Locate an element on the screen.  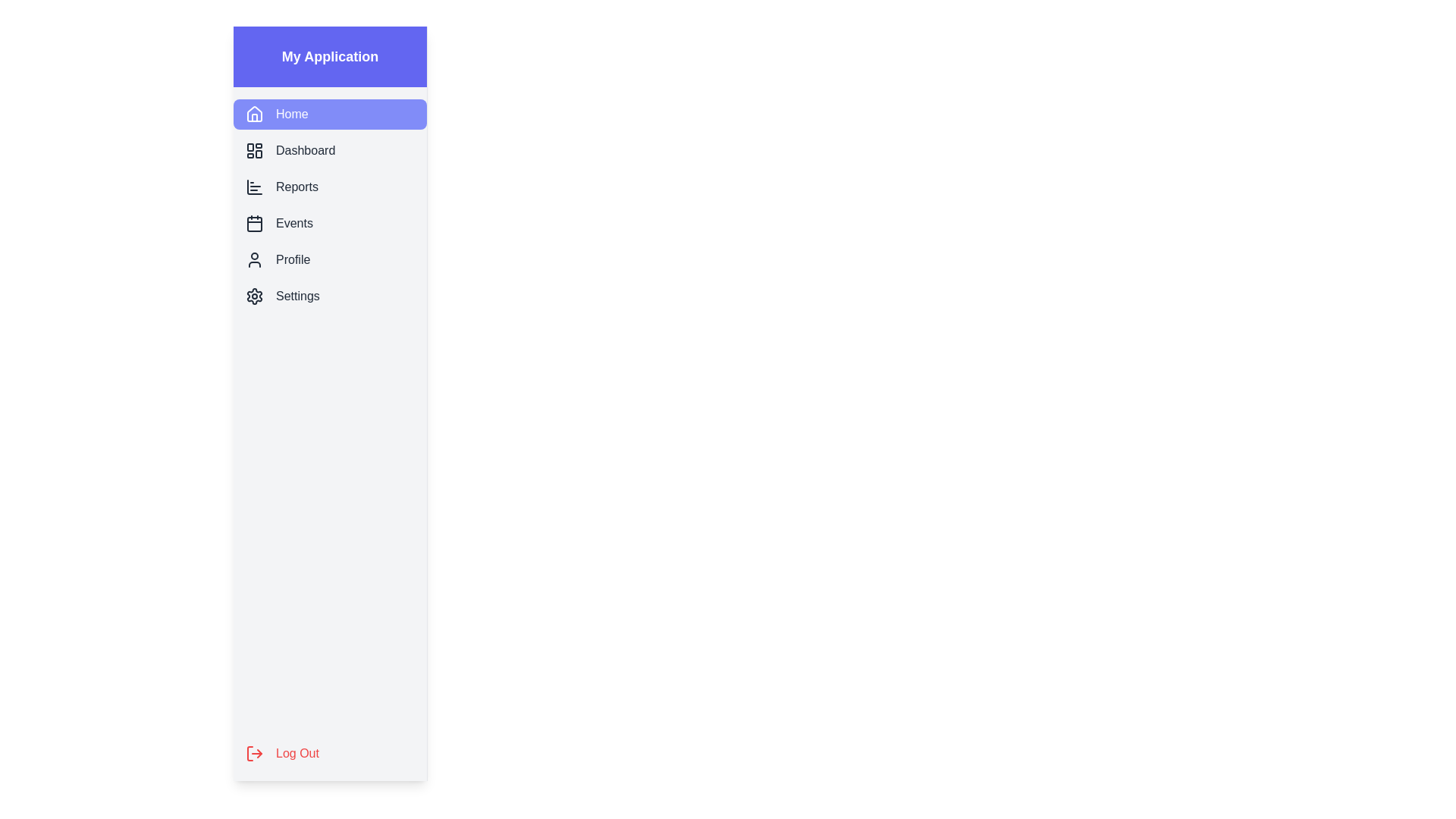
the 'Settings' text label located in the vertical navigation panel, beneath the 'Profile' item, next to the settings gear icon is located at coordinates (297, 296).